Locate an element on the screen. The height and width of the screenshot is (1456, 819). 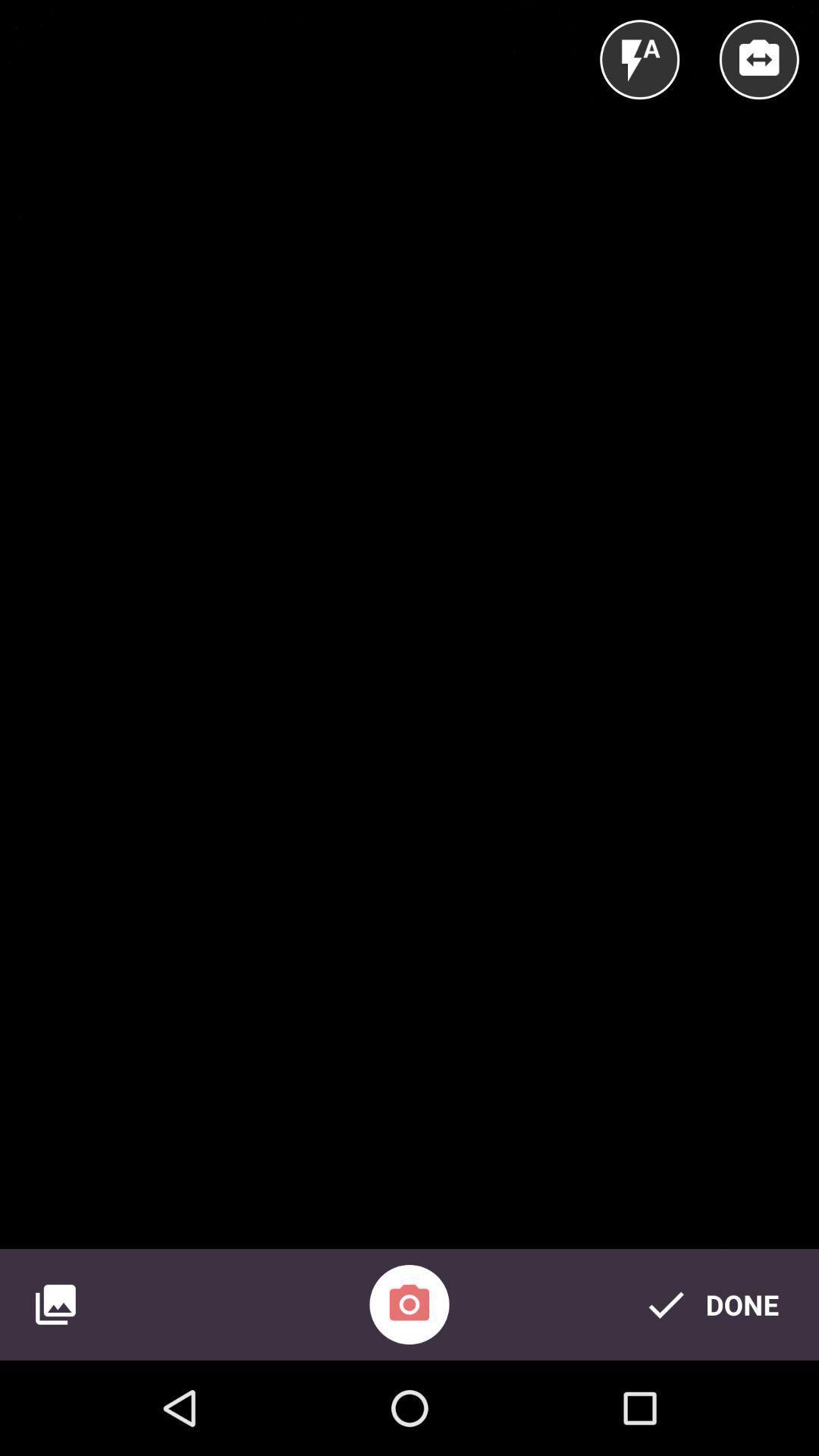
the wallpaper icon is located at coordinates (55, 1304).